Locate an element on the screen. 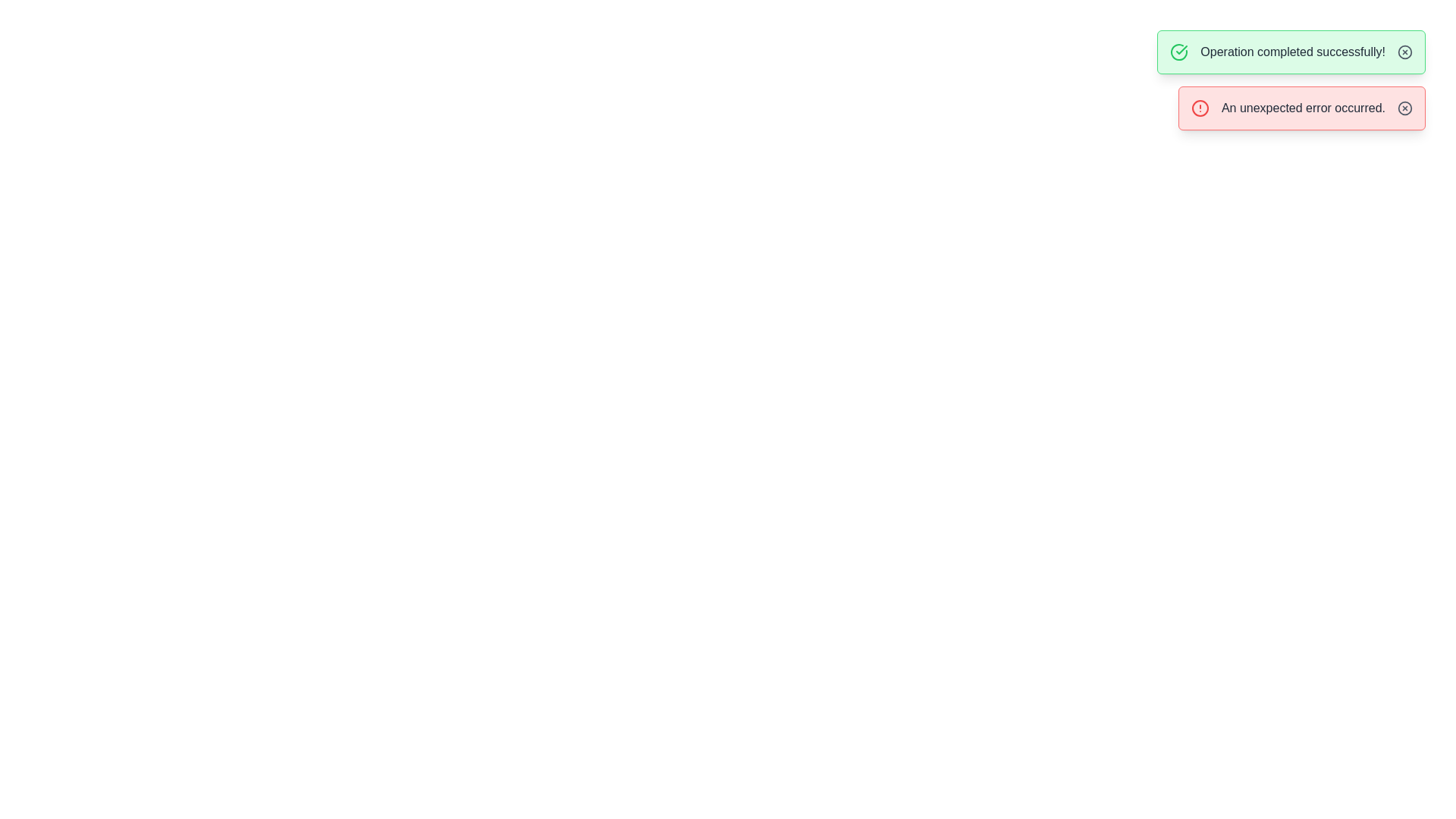  the red circular button with an 'x' symbol inside, located within the notification box that states 'An unexpected error occurred.' is located at coordinates (1404, 107).